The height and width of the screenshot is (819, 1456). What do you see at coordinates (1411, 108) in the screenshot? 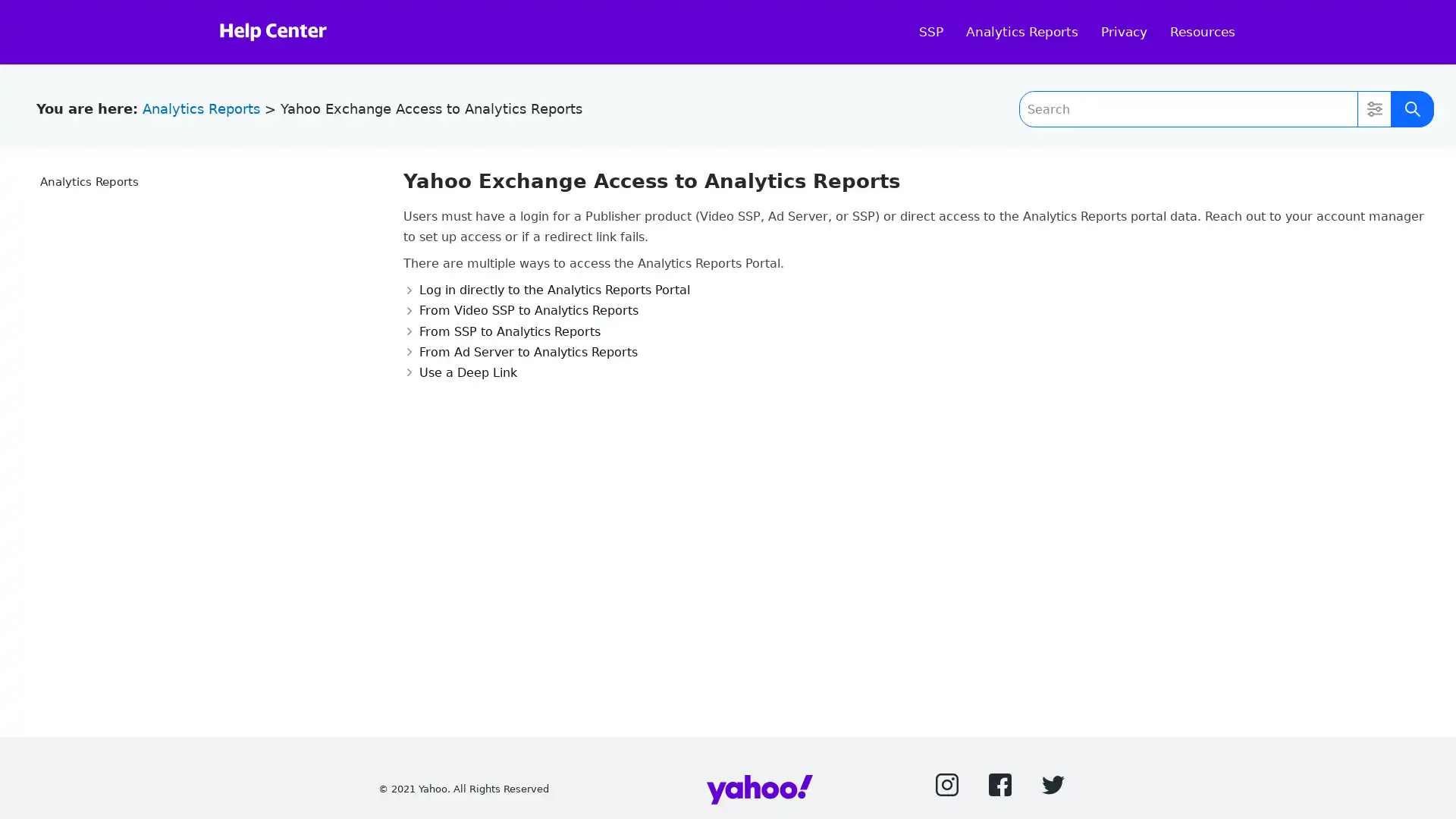
I see `Submit Search` at bounding box center [1411, 108].